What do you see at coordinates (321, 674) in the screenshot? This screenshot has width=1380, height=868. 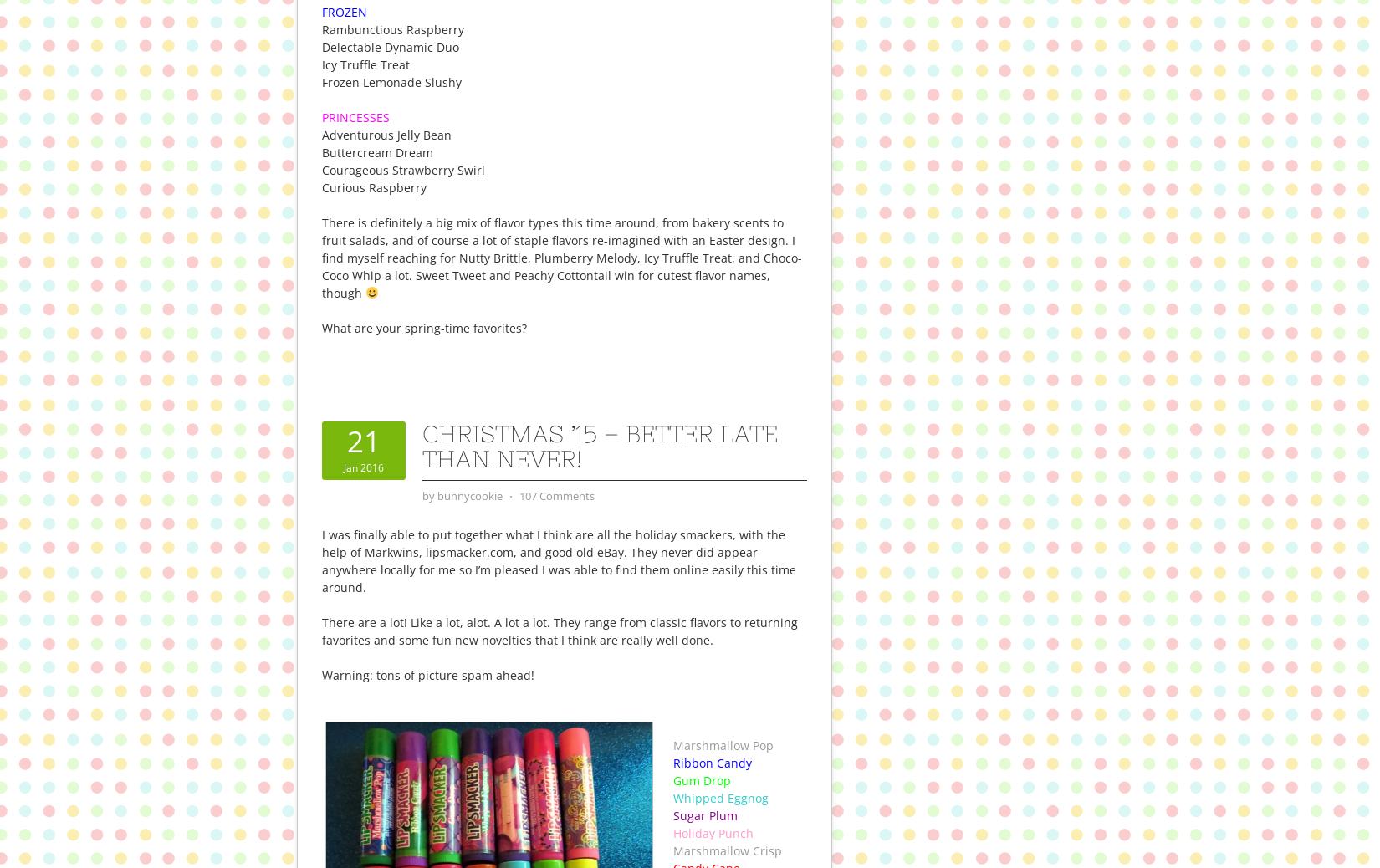 I see `'Warning: tons of picture spam ahead!'` at bounding box center [321, 674].